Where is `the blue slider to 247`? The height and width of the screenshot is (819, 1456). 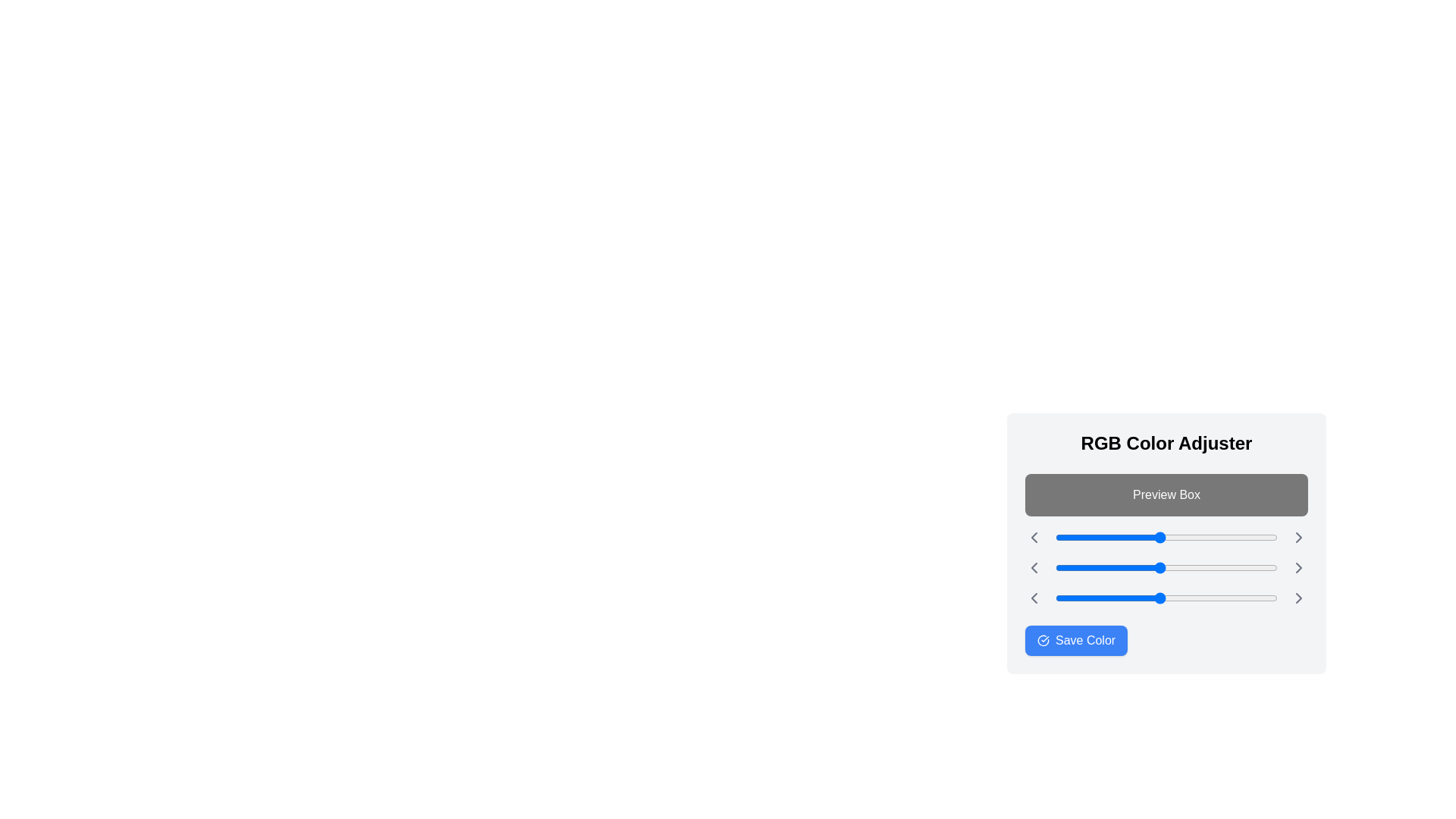 the blue slider to 247 is located at coordinates (1270, 598).